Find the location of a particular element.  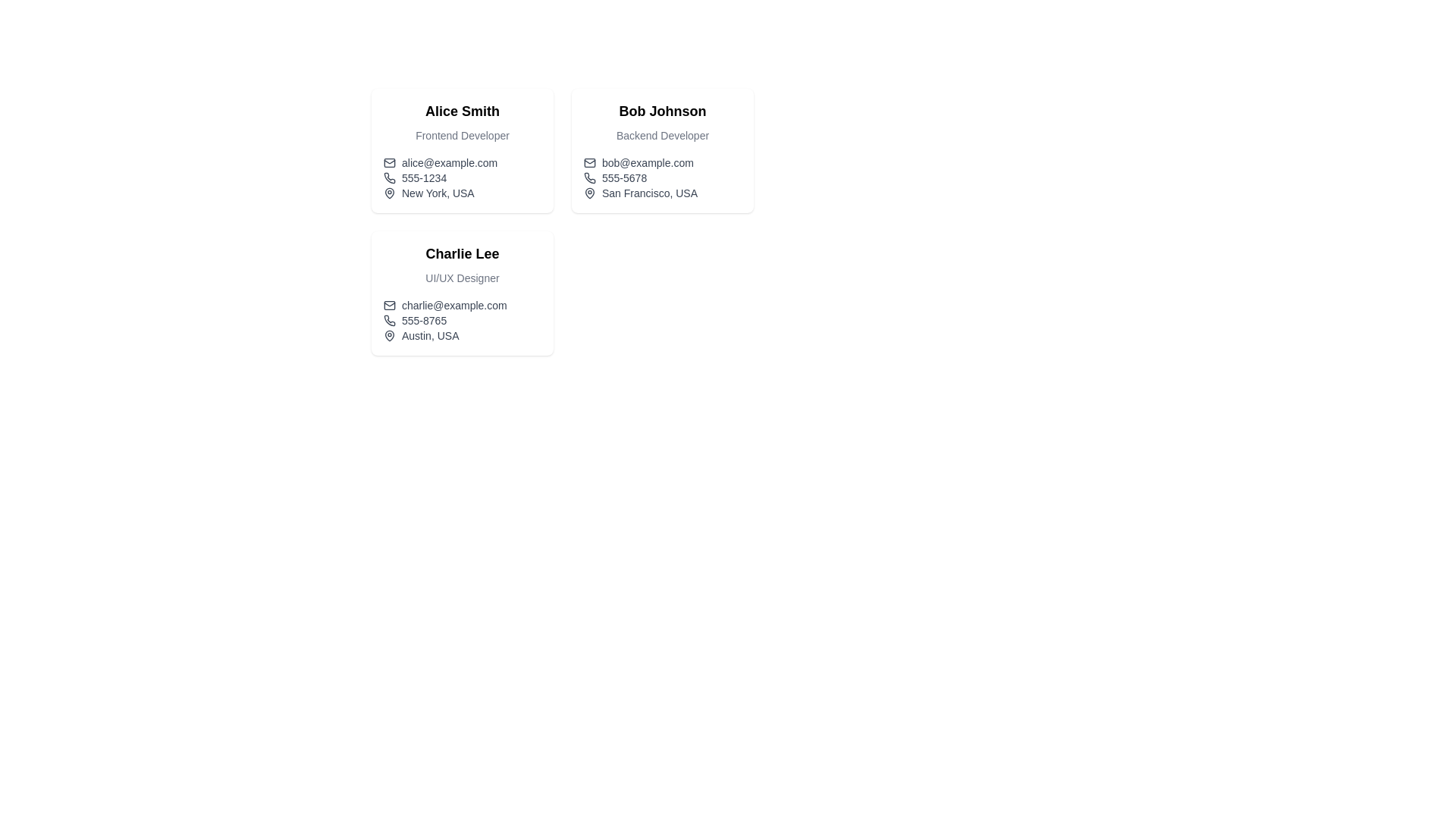

the phone receiver icon in the contact card for 'Alice Smith', which is the second icon below the email address icon and positioned to the left of the phone number '555-1234' is located at coordinates (389, 177).